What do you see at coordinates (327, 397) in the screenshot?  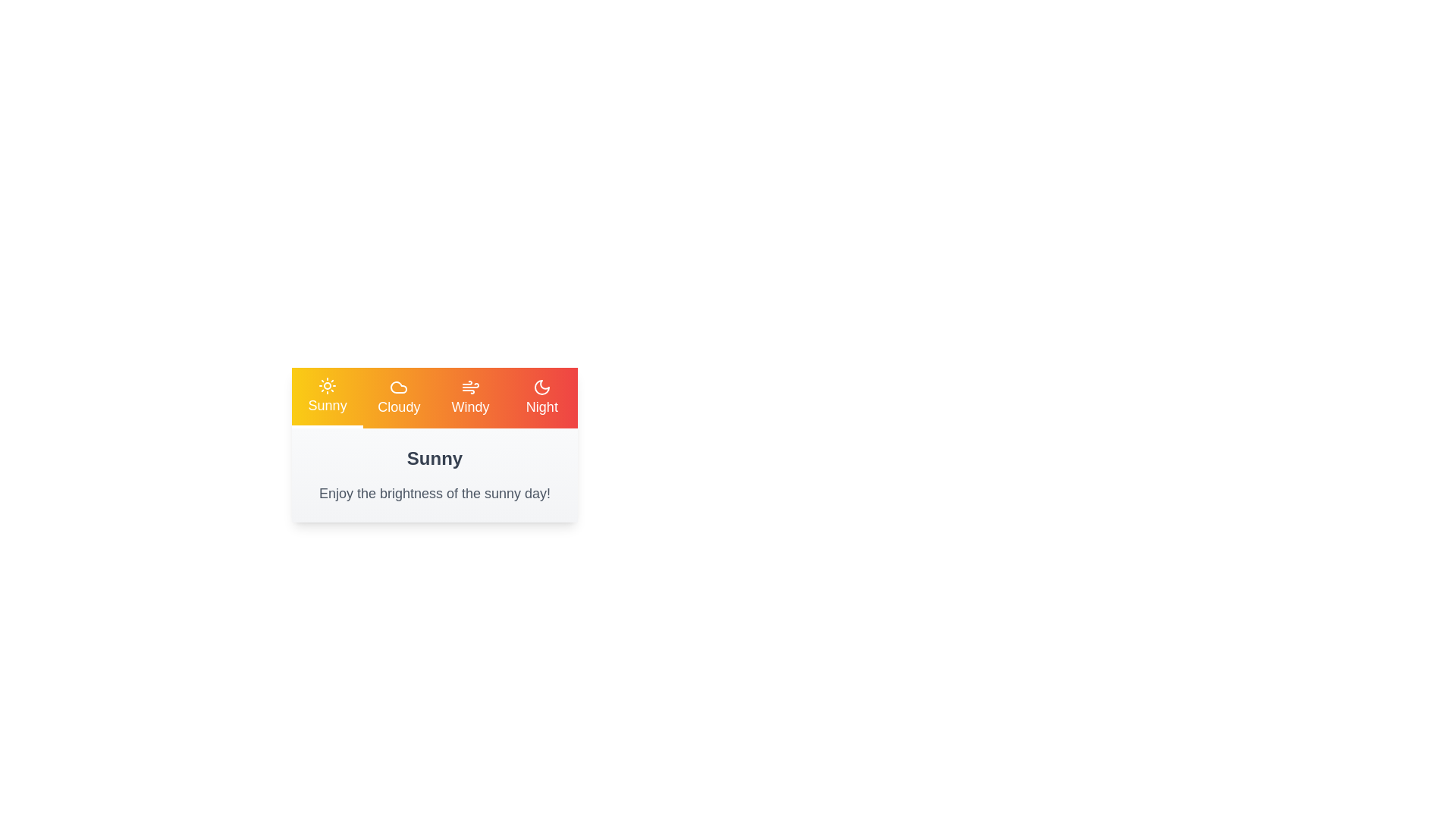 I see `the tab corresponding to Sunny` at bounding box center [327, 397].